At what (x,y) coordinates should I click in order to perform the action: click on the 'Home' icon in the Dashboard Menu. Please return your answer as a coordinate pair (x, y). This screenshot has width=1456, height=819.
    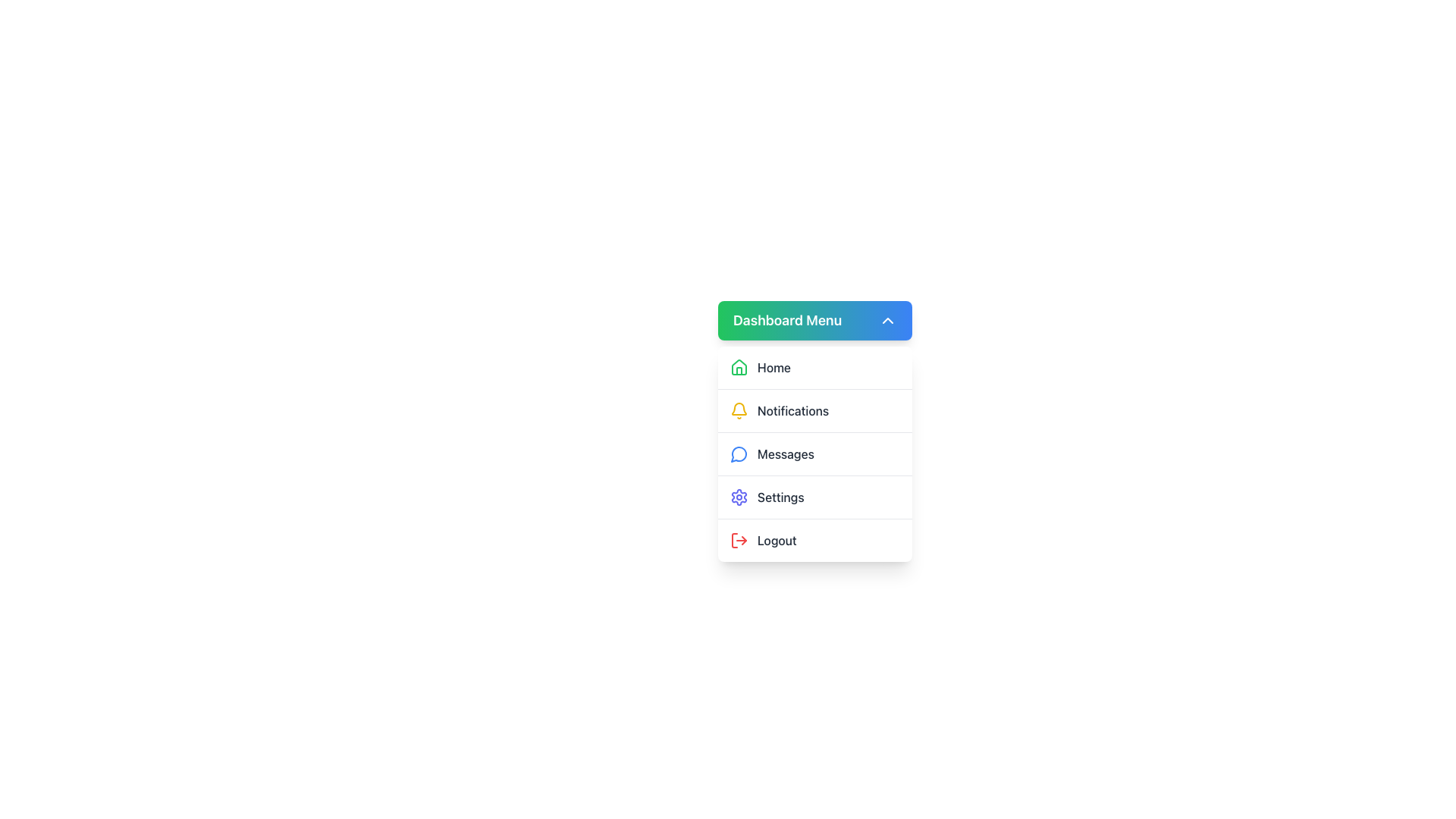
    Looking at the image, I should click on (739, 366).